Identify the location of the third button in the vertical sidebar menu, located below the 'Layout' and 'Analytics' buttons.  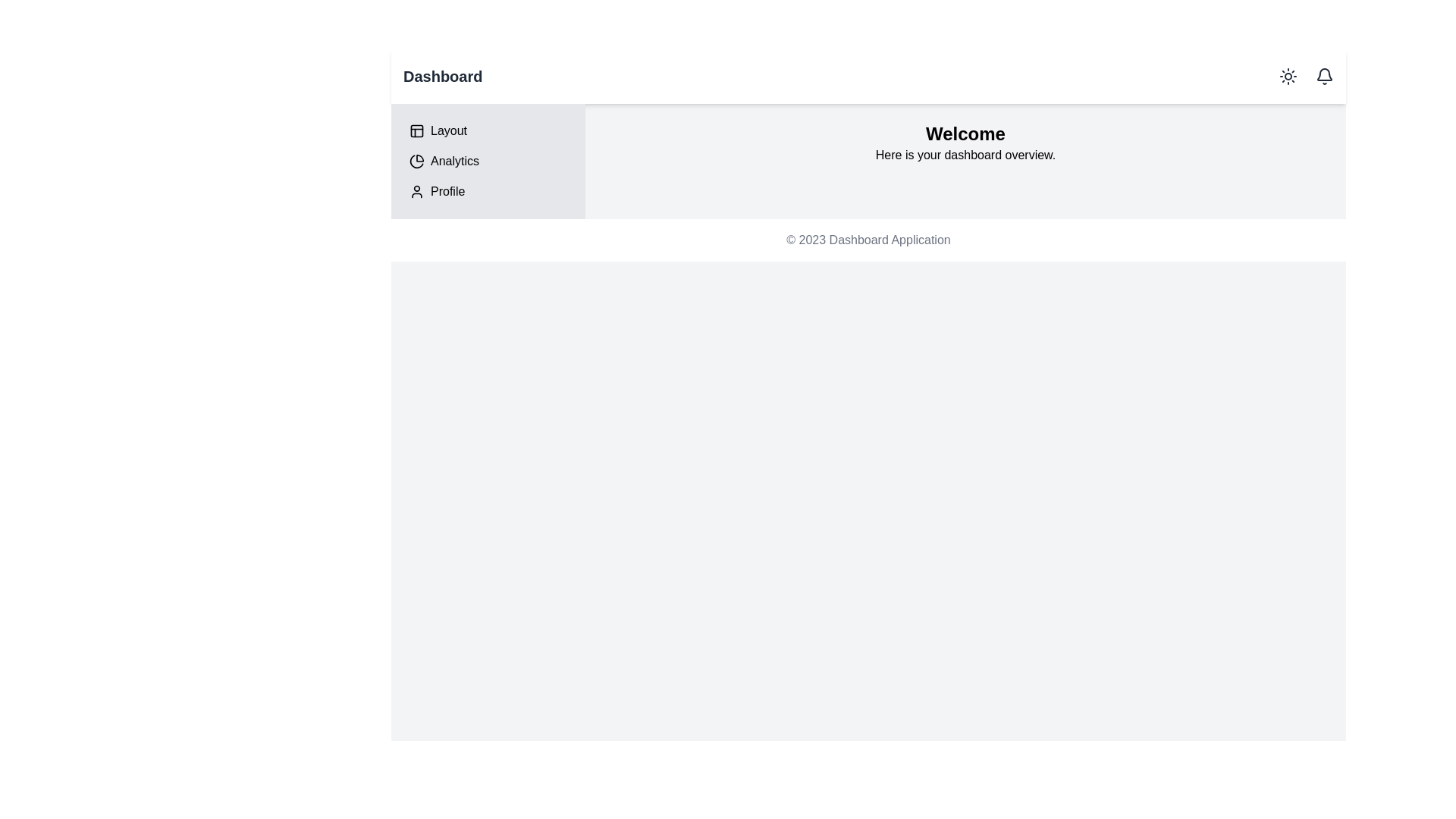
(488, 191).